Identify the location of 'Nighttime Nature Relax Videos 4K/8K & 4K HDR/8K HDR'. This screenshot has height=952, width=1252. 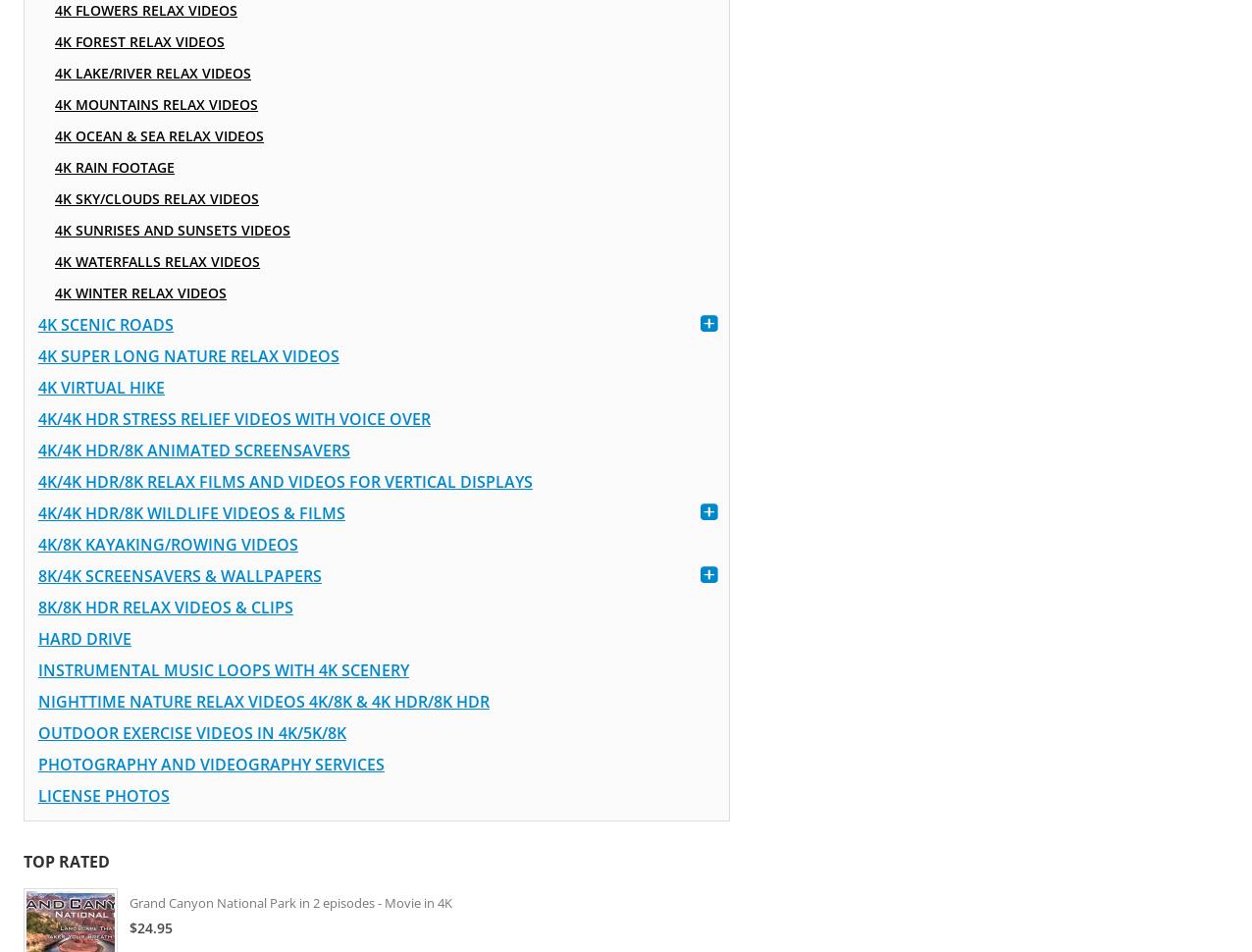
(261, 701).